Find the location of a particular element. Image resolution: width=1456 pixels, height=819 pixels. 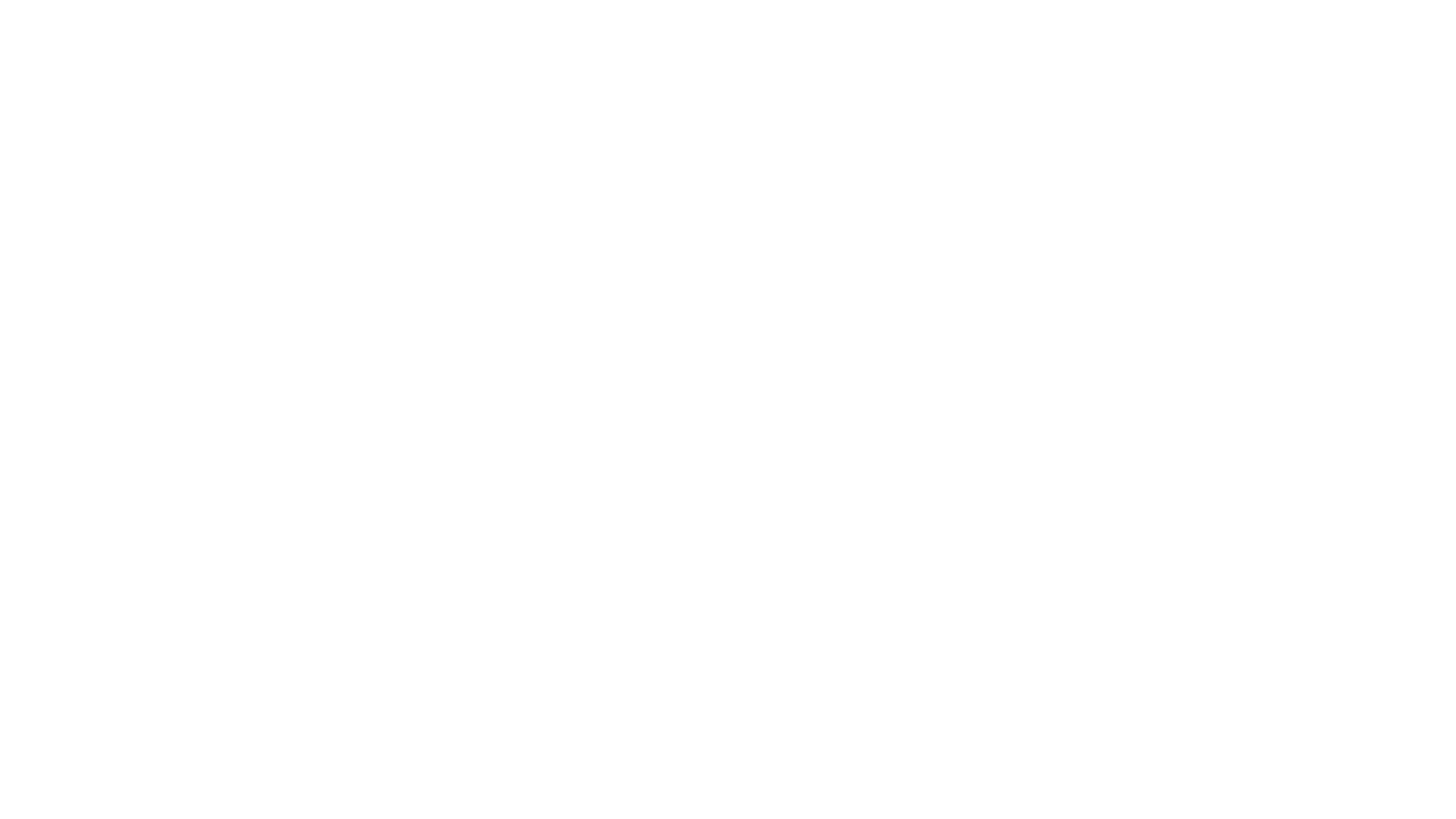

Ben Orenstein's Public Dating Profile is located at coordinates (104, 17).